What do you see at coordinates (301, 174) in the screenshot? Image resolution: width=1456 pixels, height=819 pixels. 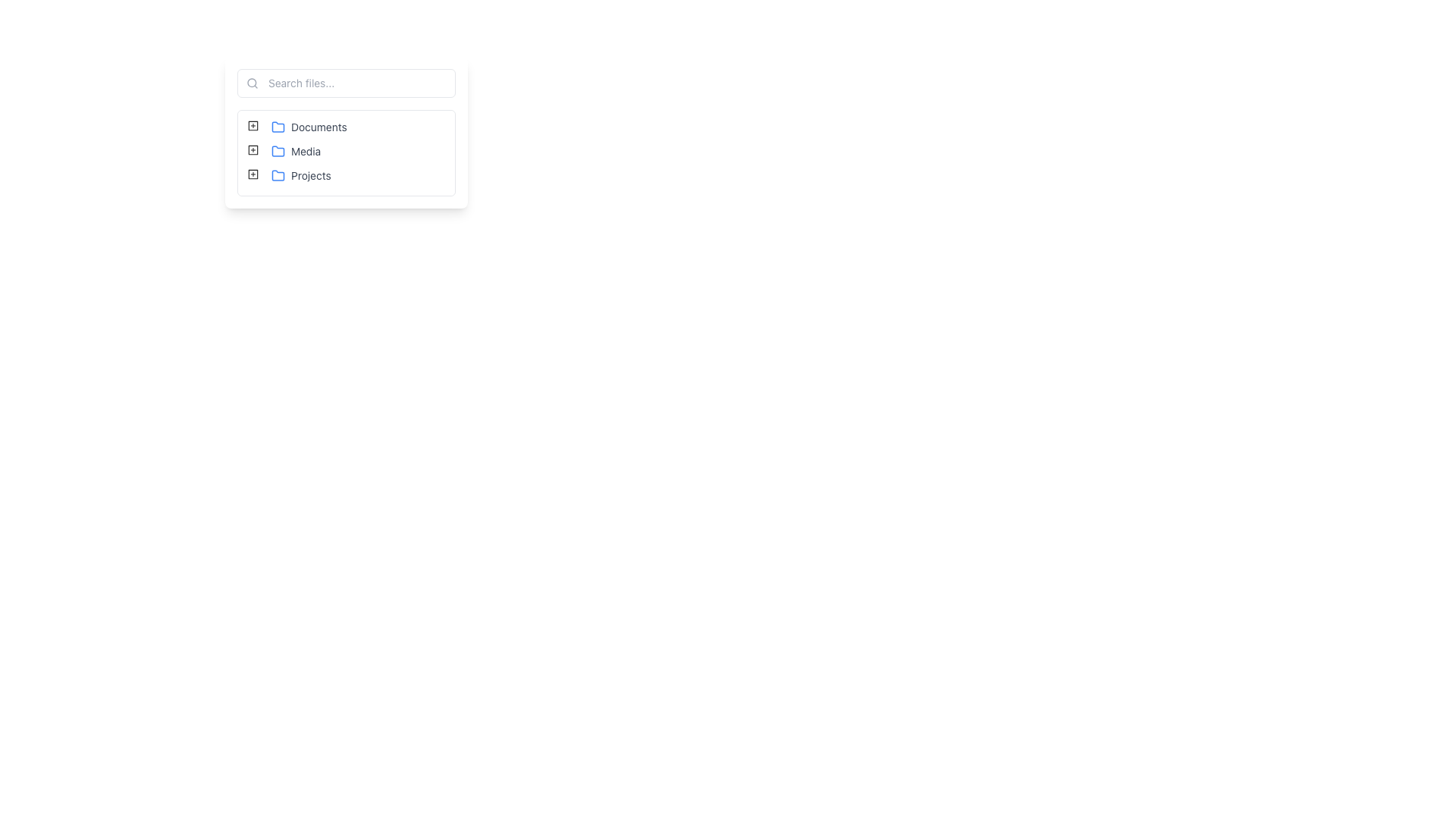 I see `the 'Projects' ListItem, which features a blue folder icon and gray text` at bounding box center [301, 174].